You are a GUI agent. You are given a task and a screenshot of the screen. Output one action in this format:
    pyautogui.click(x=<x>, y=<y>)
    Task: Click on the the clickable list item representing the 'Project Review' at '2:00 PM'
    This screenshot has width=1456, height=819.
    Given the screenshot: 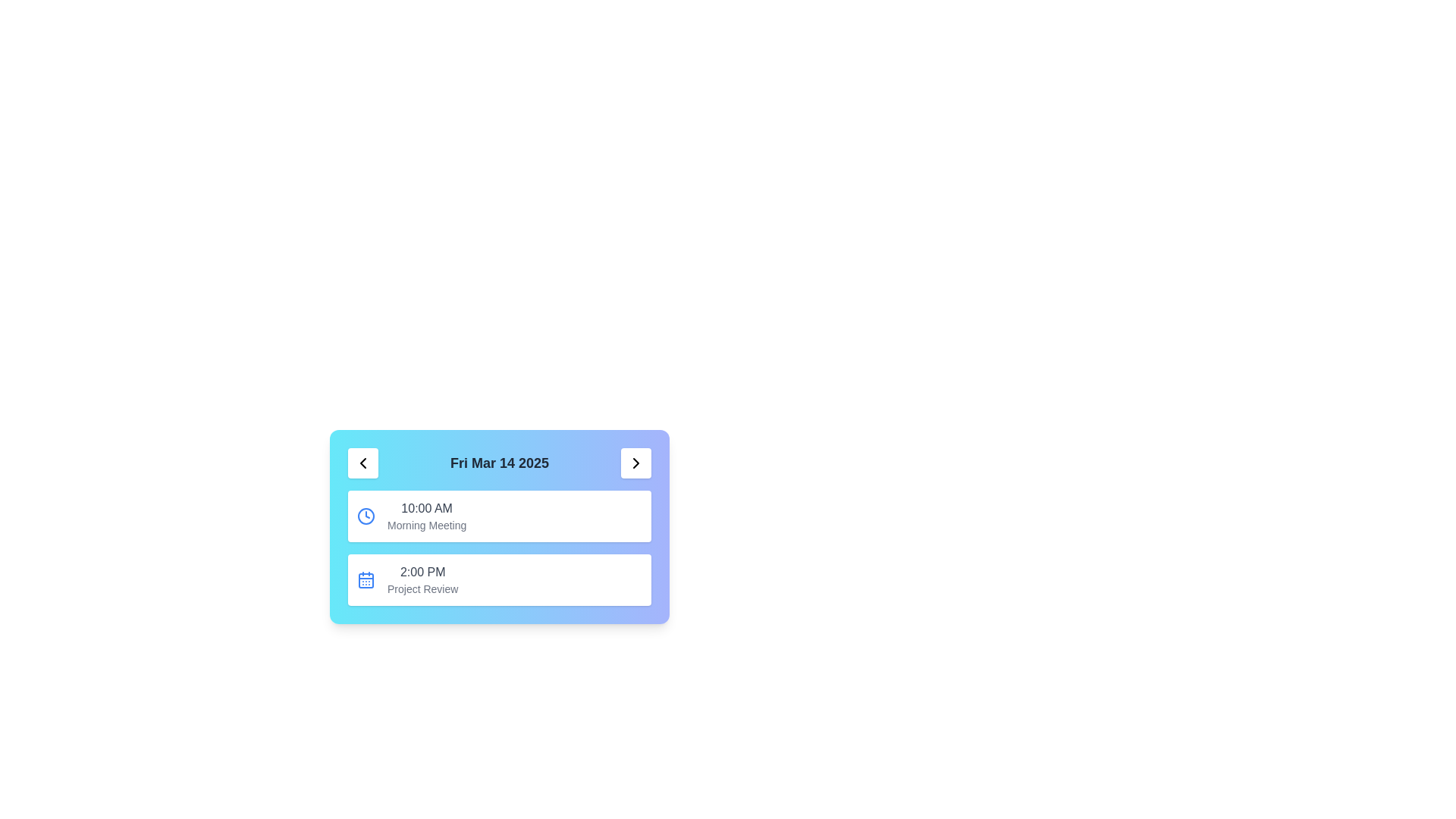 What is the action you would take?
    pyautogui.click(x=499, y=579)
    